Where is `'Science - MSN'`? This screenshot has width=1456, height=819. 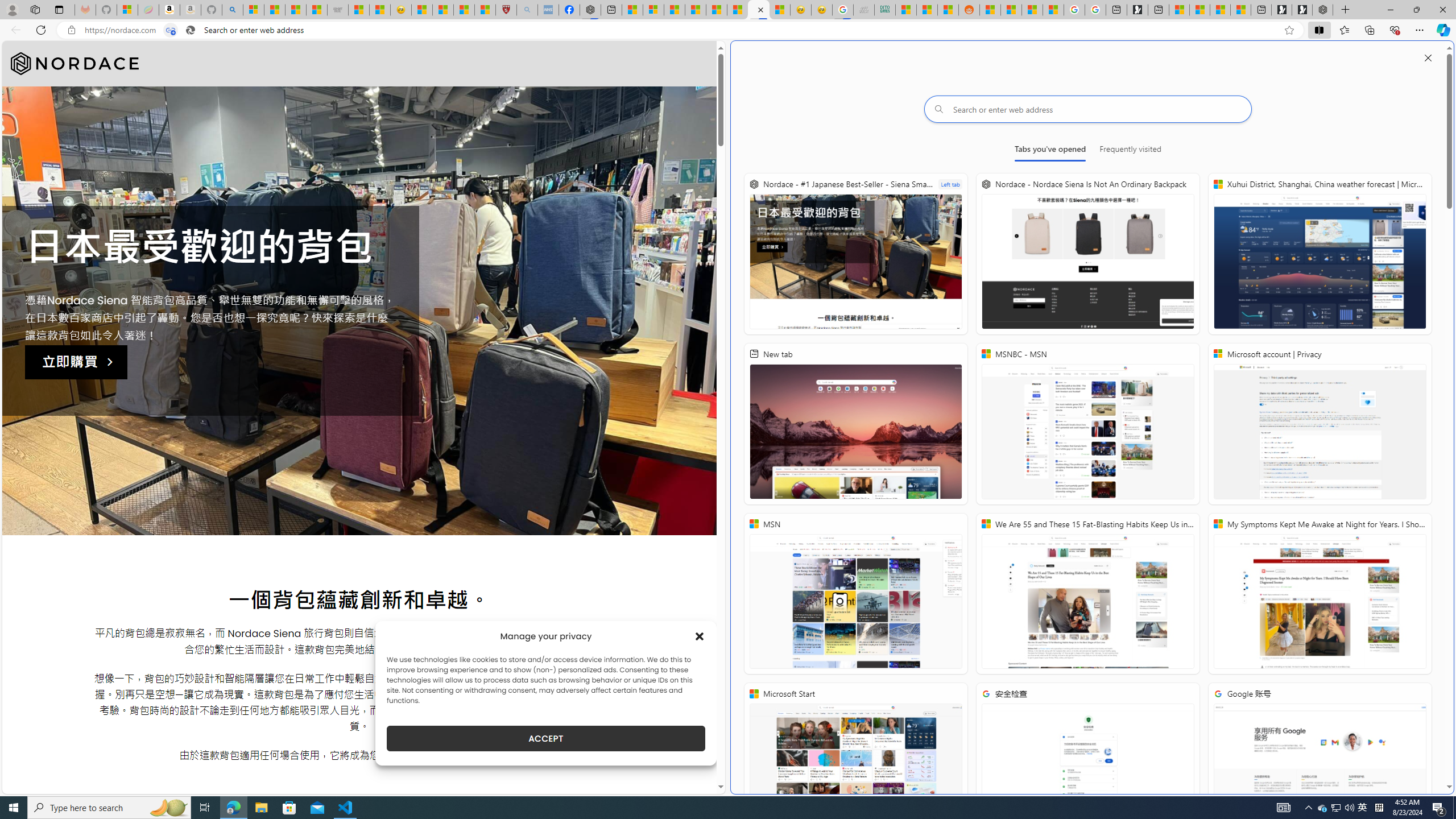 'Science - MSN' is located at coordinates (464, 9).